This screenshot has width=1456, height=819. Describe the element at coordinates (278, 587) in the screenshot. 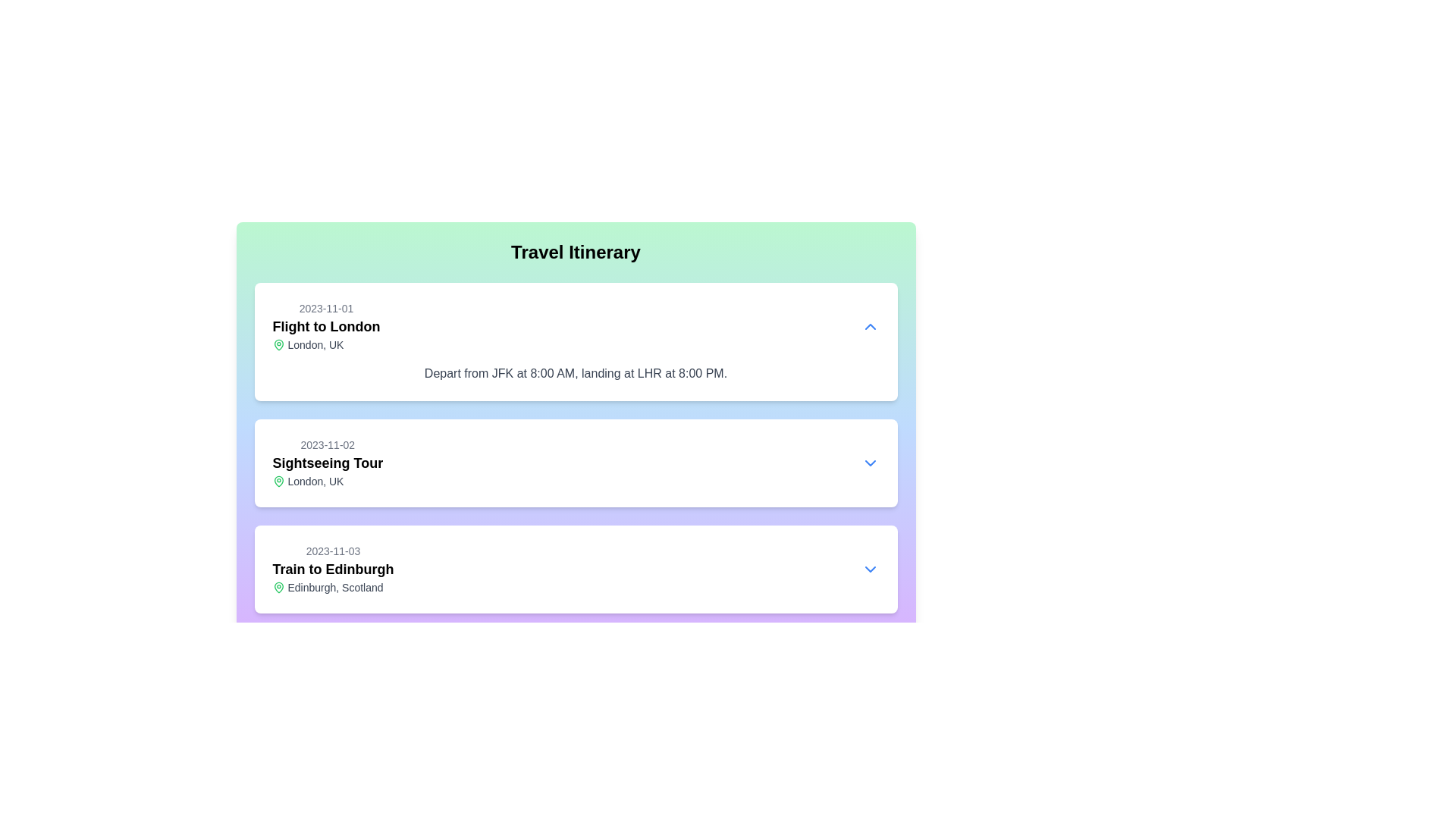

I see `the location pin SVG icon with a green stroke, located to the left of the text 'Edinburgh, Scotland'` at that location.